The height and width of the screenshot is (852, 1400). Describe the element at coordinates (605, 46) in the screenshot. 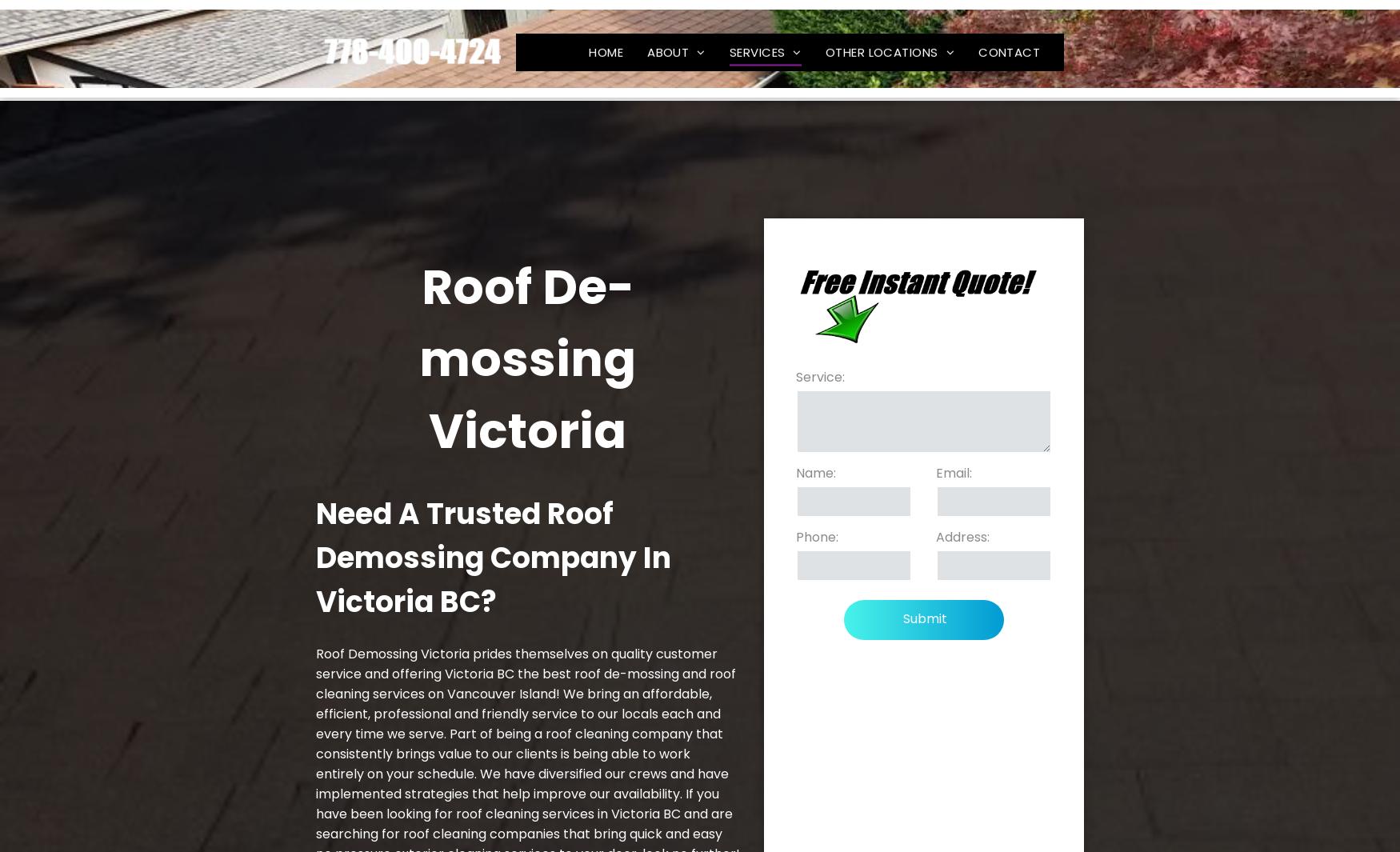

I see `'HOME'` at that location.